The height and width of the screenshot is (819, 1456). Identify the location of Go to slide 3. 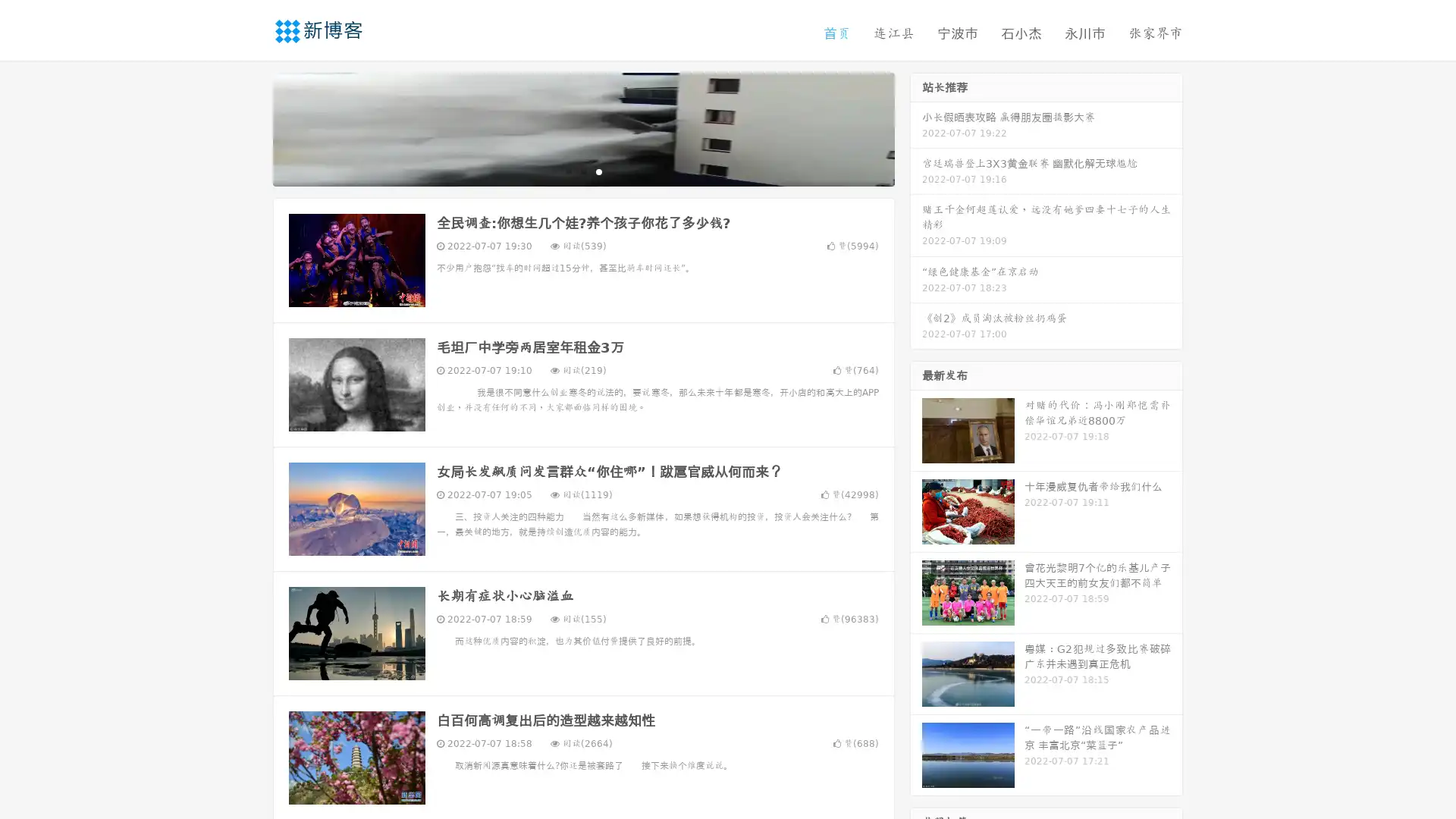
(598, 171).